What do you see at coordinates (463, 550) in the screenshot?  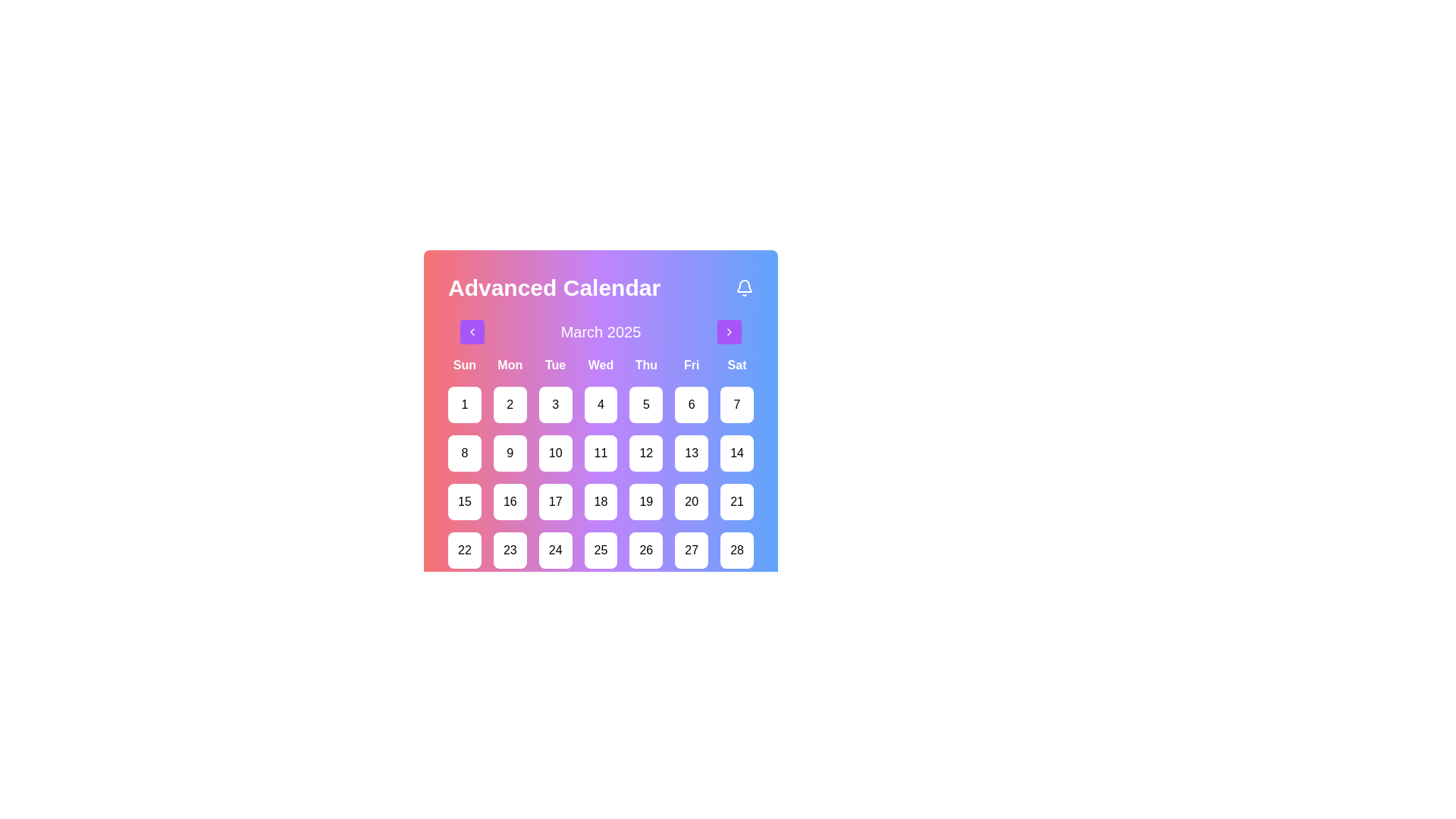 I see `the Button-like text block displaying '22' in the calendar grid for March 2025 for keyboard navigation` at bounding box center [463, 550].